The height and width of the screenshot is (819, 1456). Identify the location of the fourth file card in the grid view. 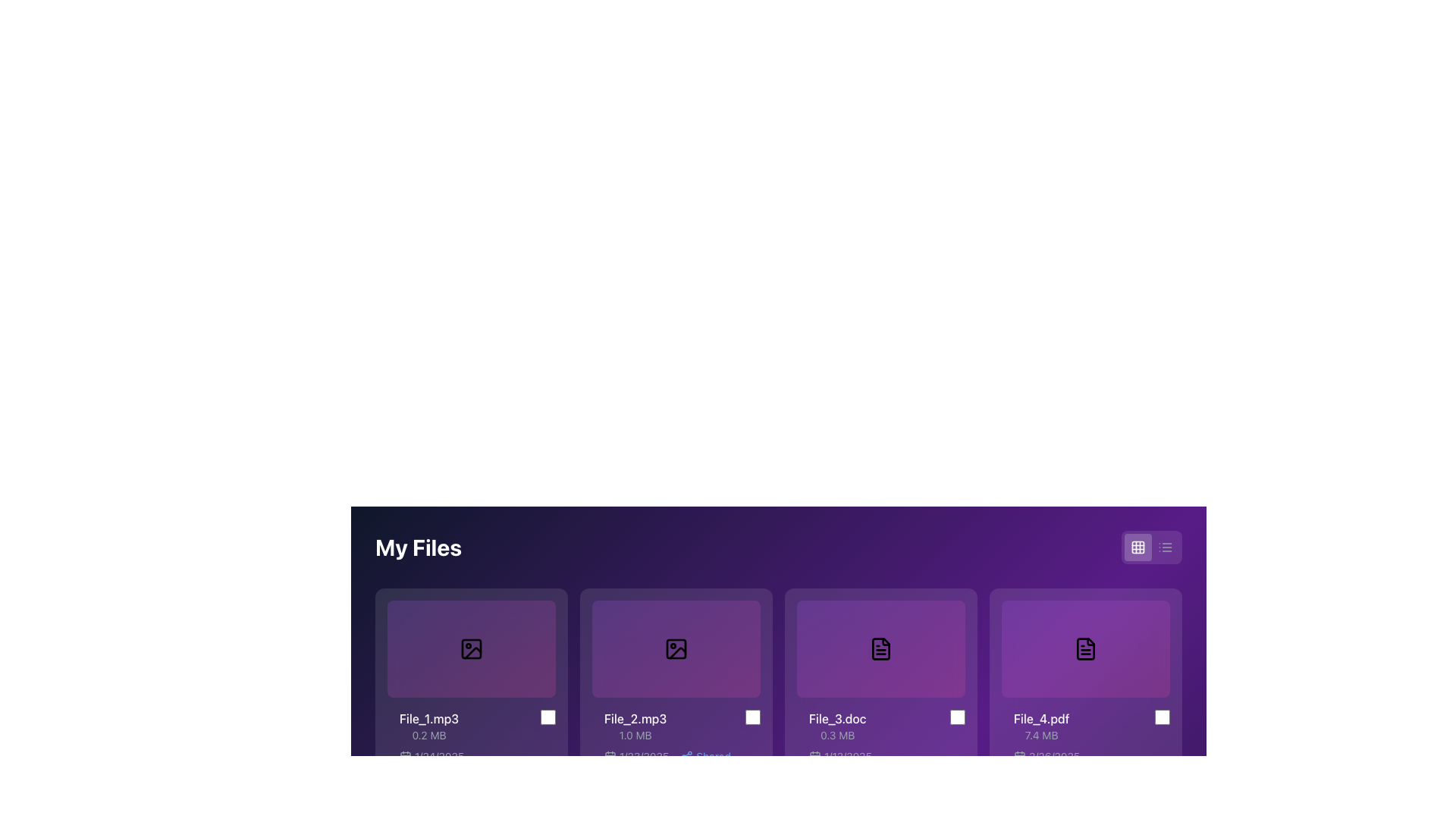
(1084, 681).